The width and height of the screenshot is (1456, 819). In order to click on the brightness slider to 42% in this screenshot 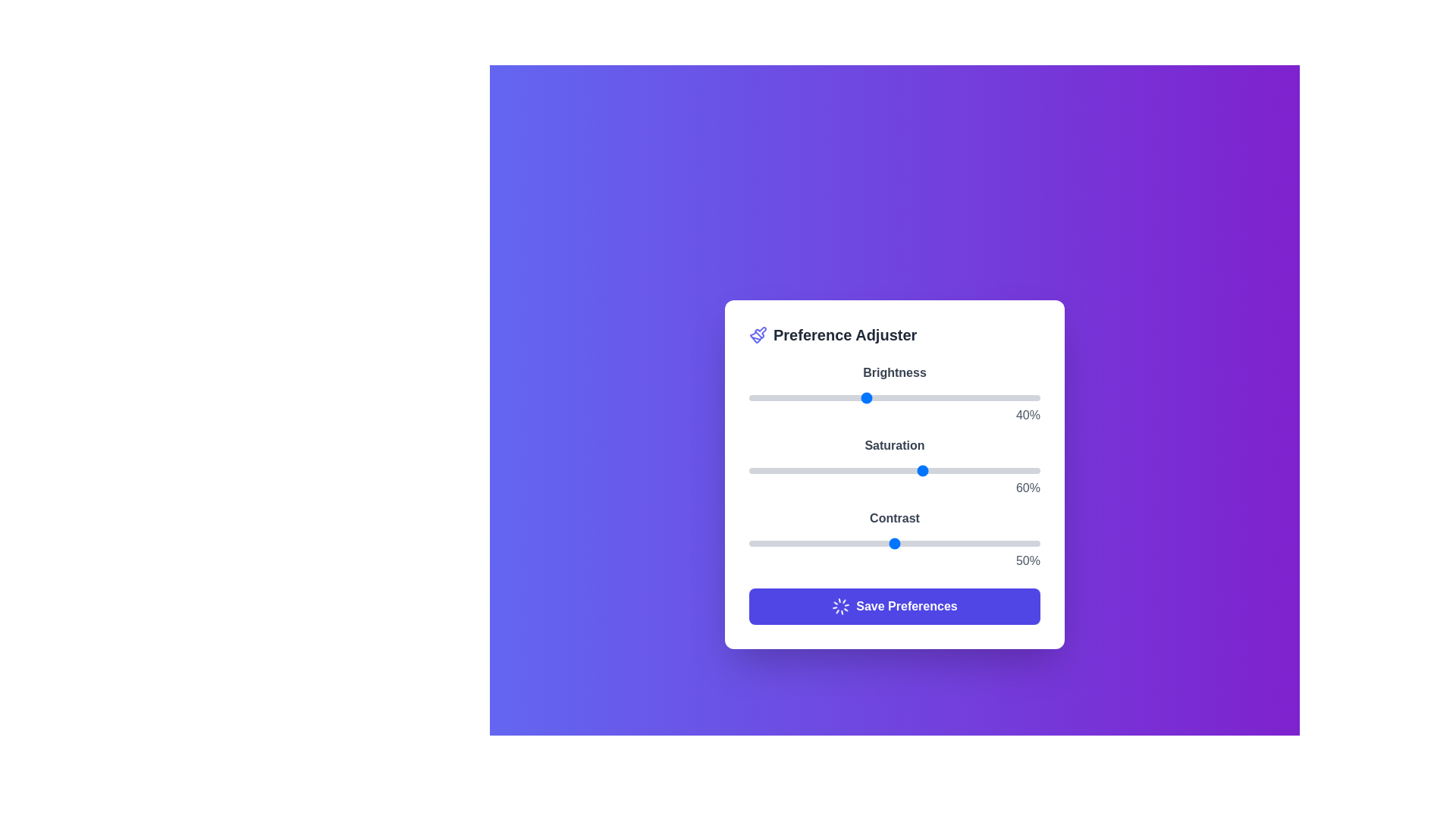, I will do `click(871, 397)`.